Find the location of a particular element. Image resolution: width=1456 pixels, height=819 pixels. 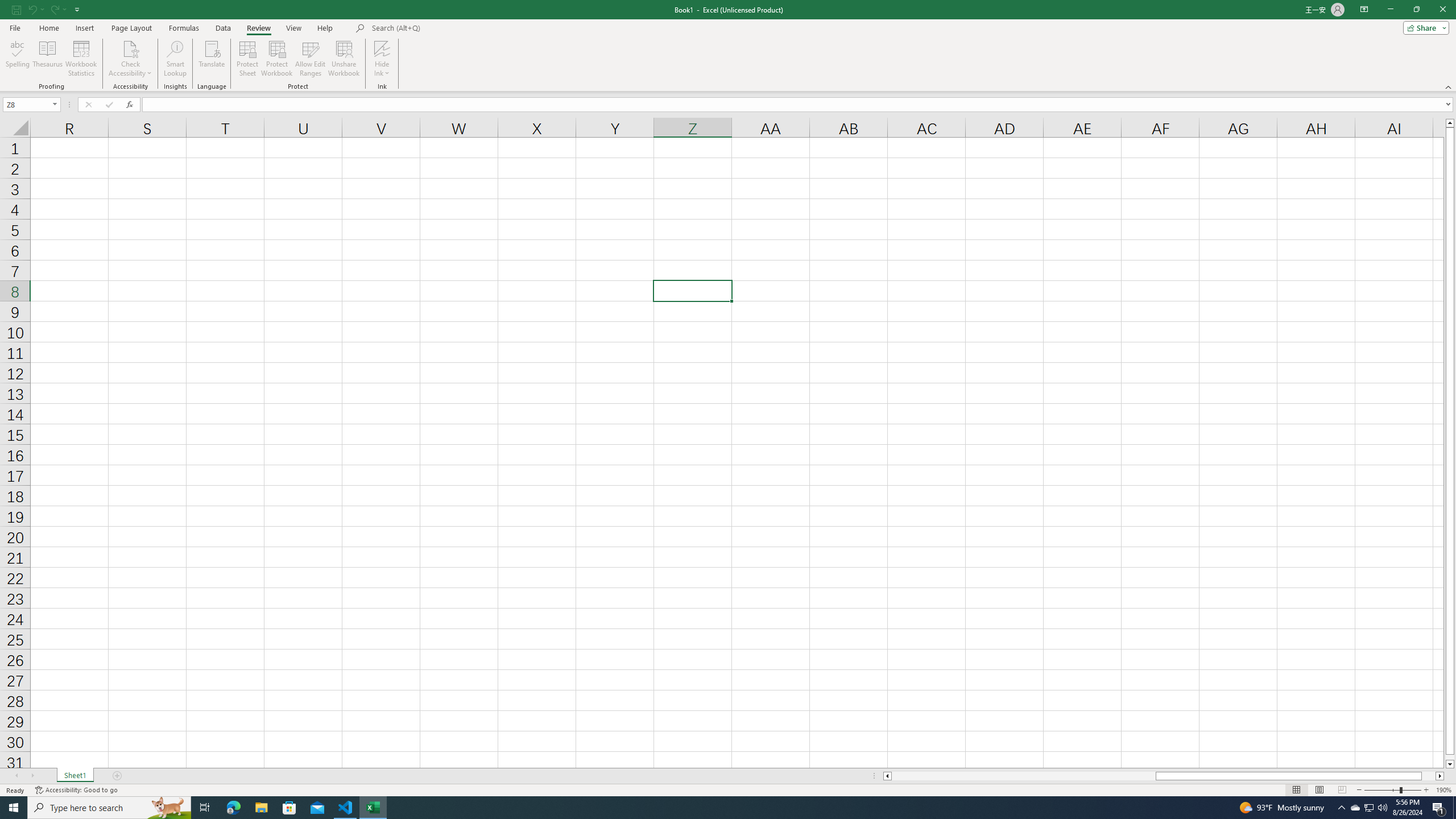

'Column right' is located at coordinates (1440, 775).